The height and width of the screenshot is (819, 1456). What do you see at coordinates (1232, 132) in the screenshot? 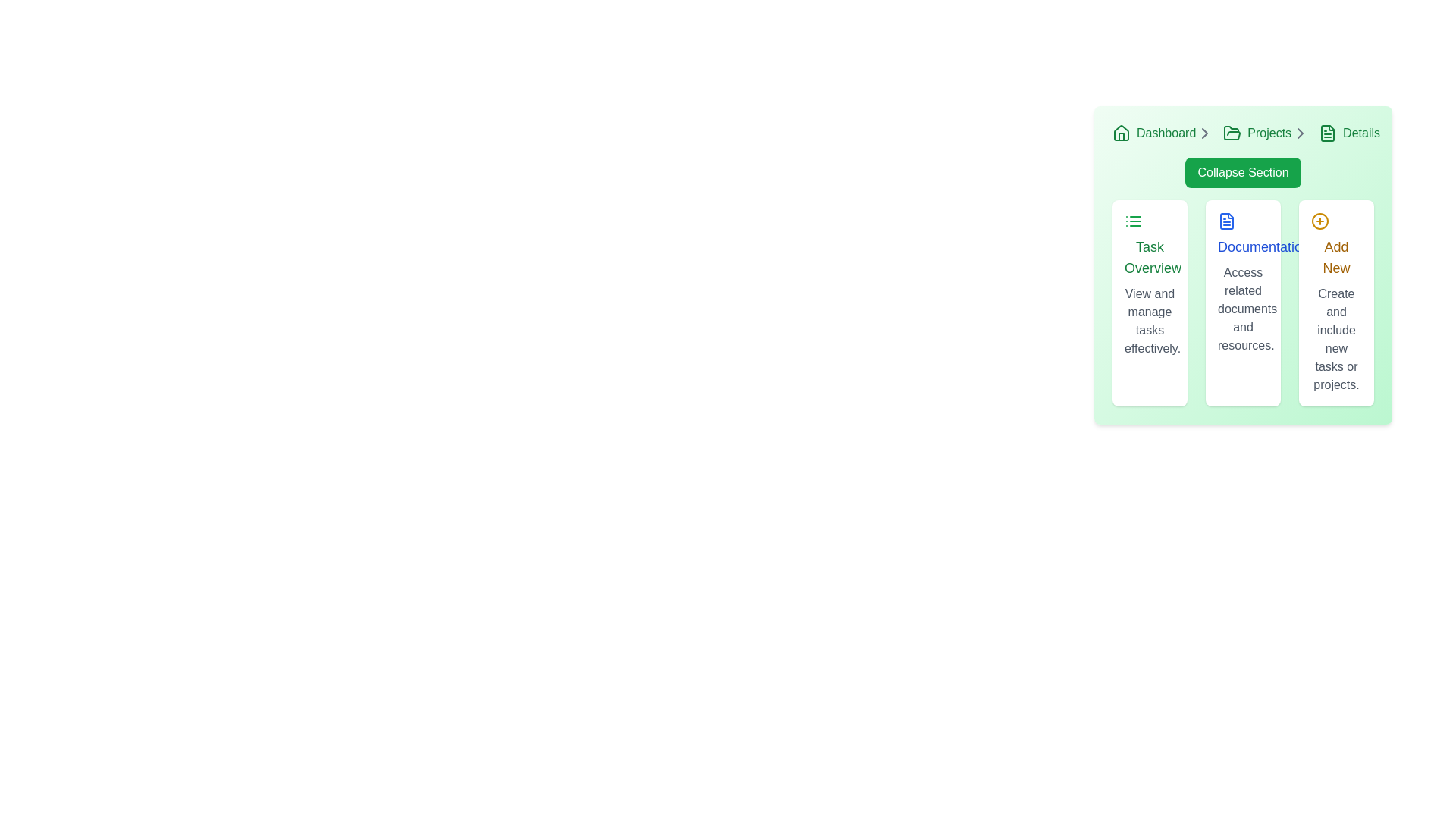
I see `the open folder icon, which is a minimalist green outlined icon located in the second navigational breadcrumb between the 'Home' icon and other icons` at bounding box center [1232, 132].